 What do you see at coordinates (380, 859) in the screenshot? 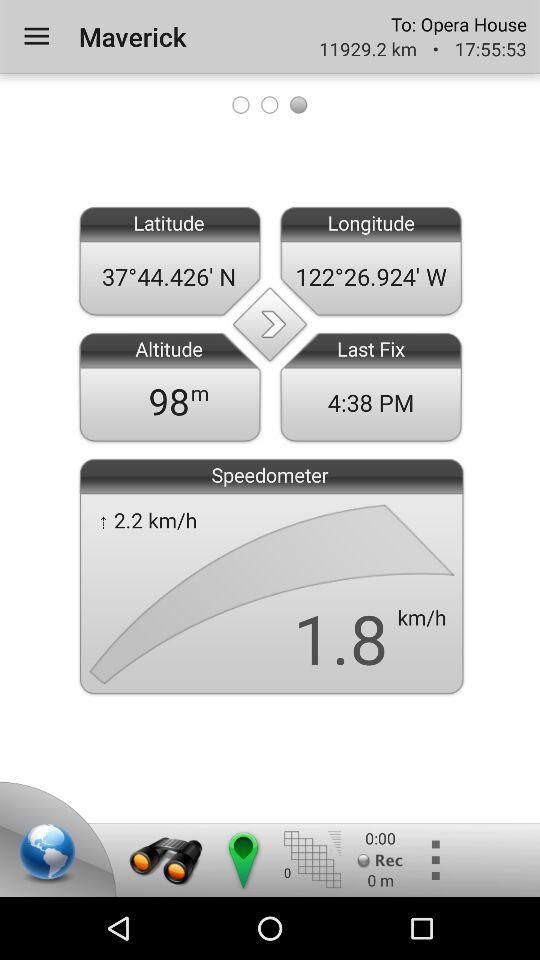
I see `record the time` at bounding box center [380, 859].